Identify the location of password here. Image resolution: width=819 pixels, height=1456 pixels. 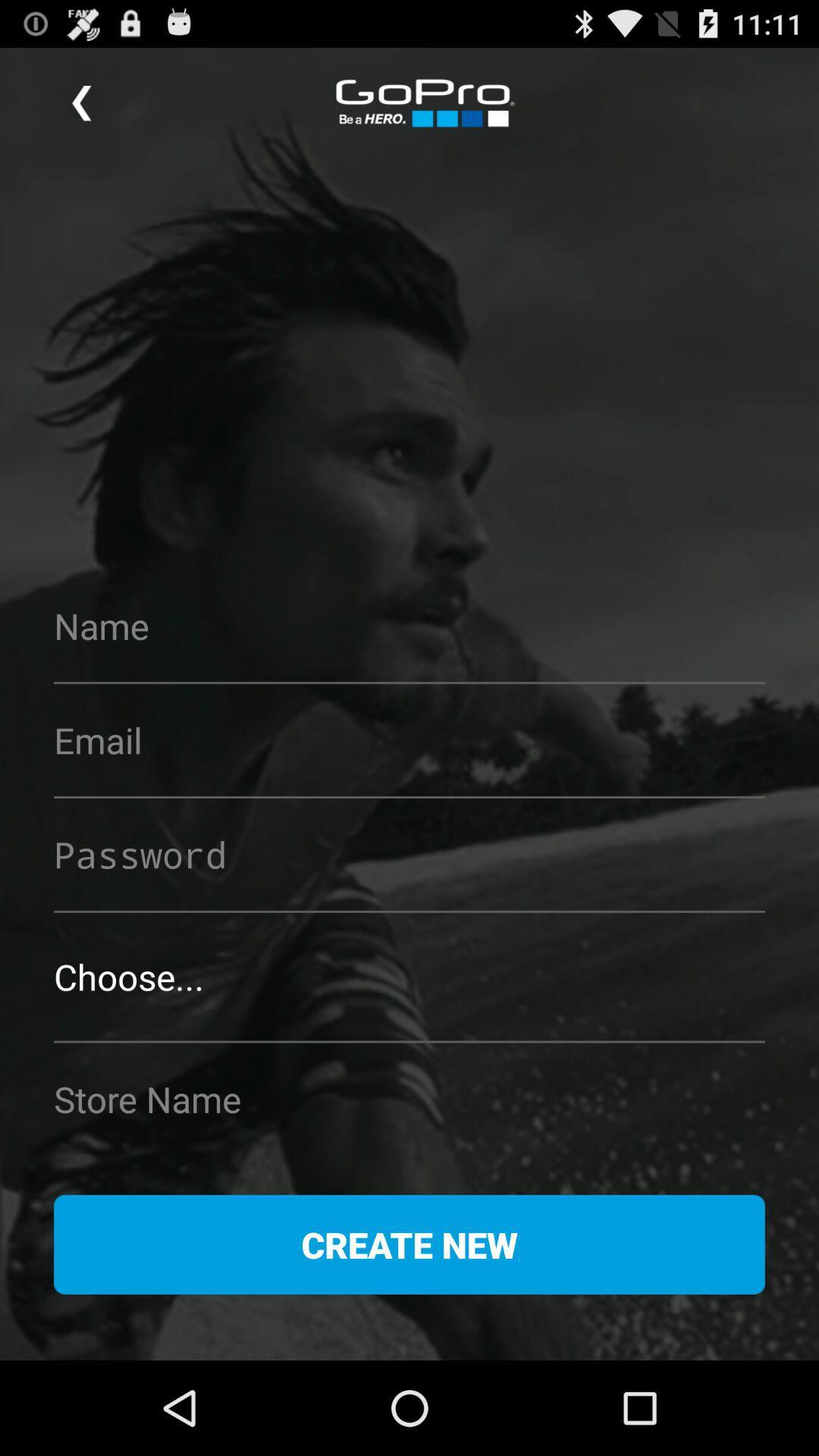
(409, 854).